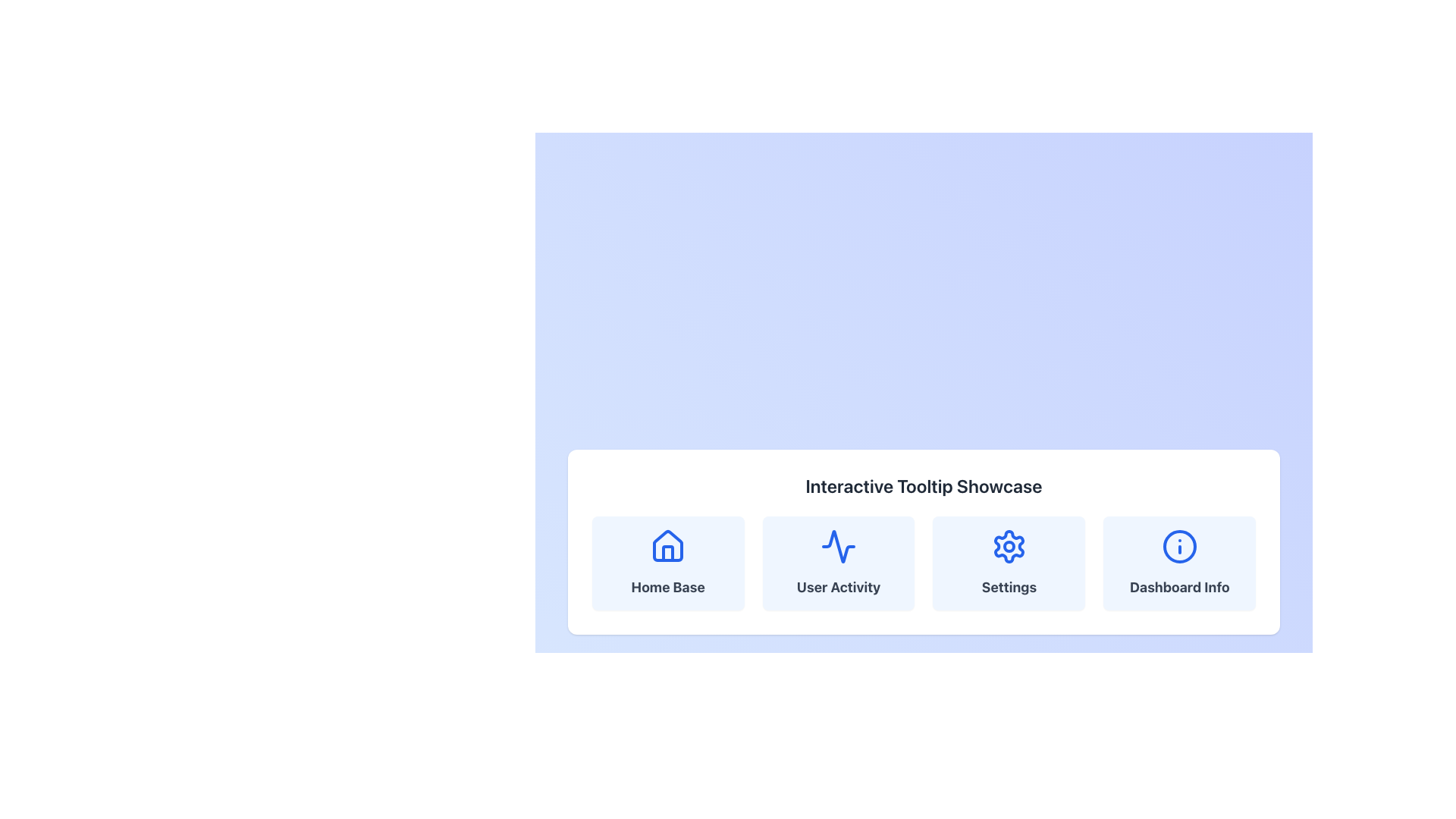 This screenshot has width=1456, height=819. Describe the element at coordinates (1178, 547) in the screenshot. I see `the Dashboard Info icon located at the far-right side of the row` at that location.